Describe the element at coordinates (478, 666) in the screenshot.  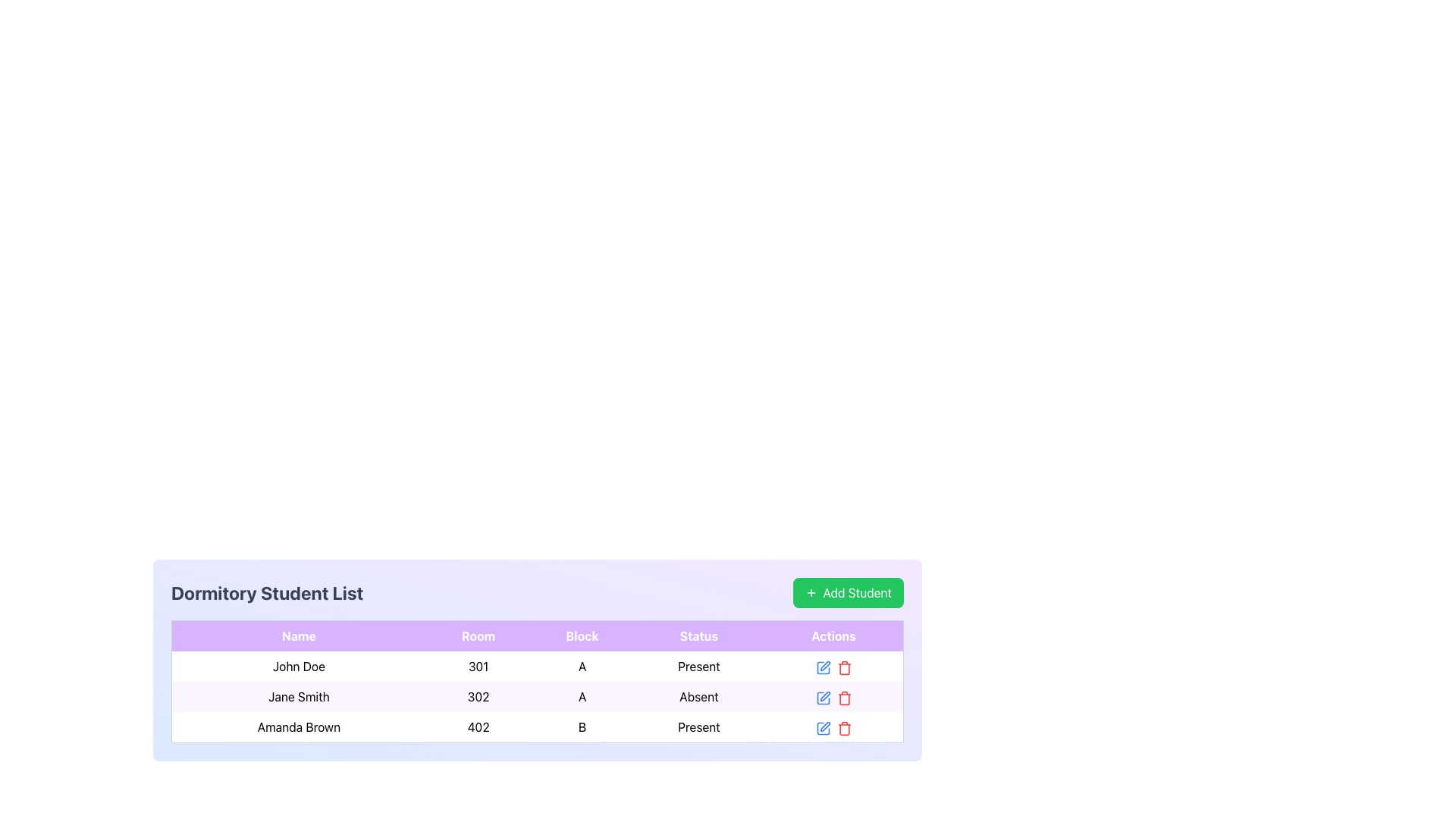
I see `the Text Label indicating the room number for the student 'John Doe' in the second column of the first row of the table` at that location.